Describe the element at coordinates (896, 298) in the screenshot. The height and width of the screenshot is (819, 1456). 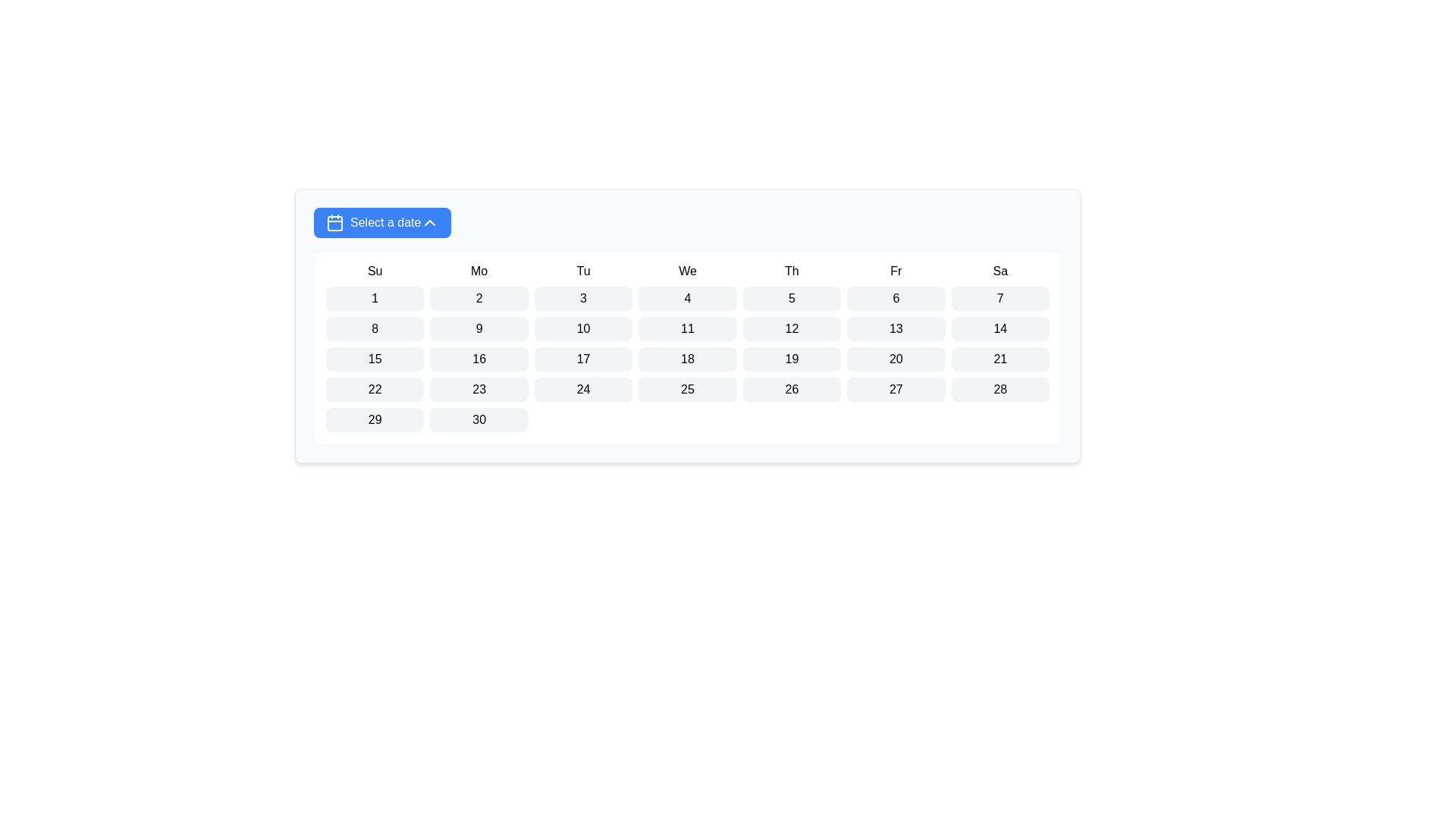
I see `the button displaying the number 6, which is a rounded rectangle with a light gray background that changes to blue when hovered upon, located in the first row of a calendar grid` at that location.